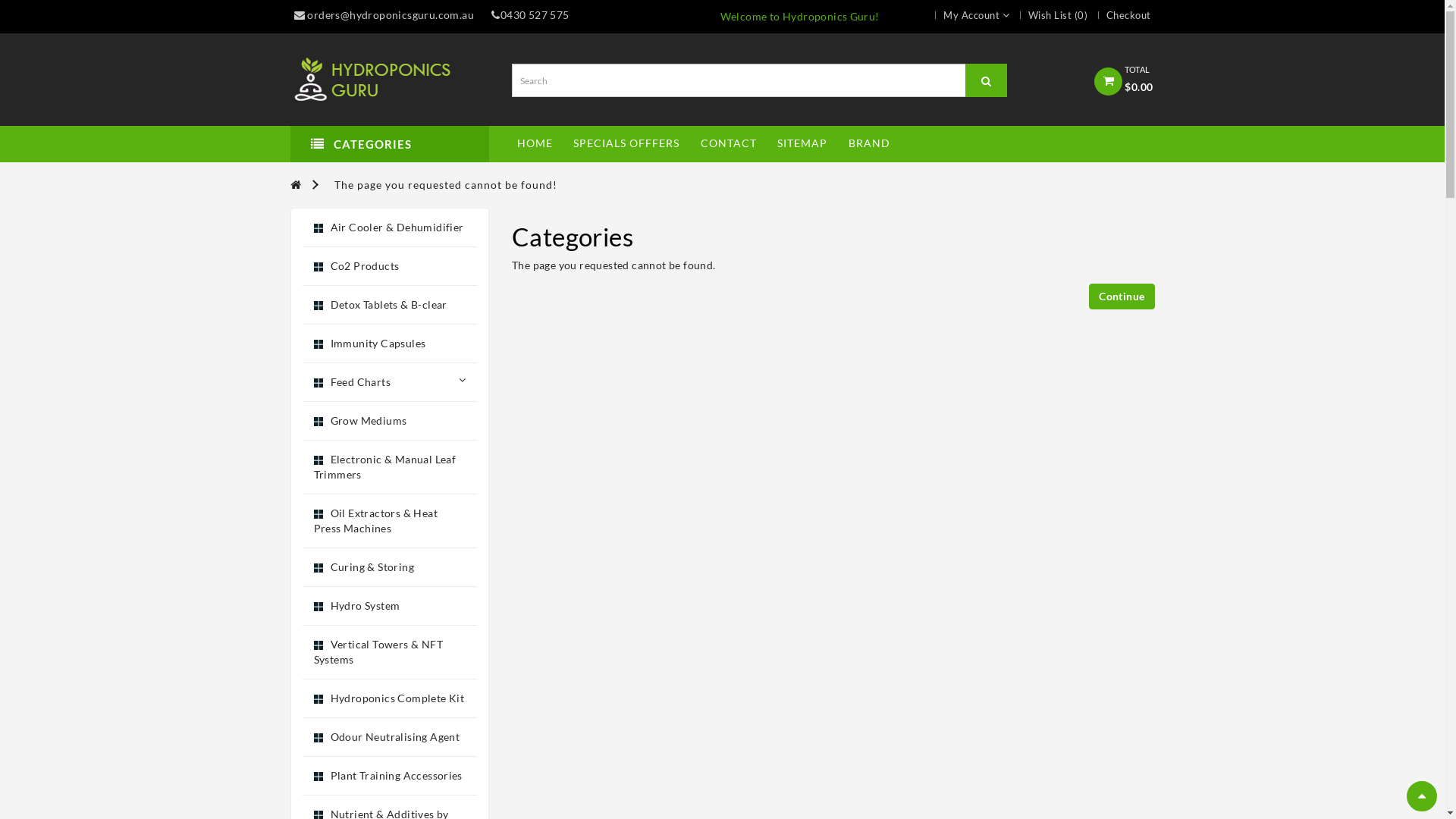  What do you see at coordinates (801, 143) in the screenshot?
I see `'SITEMAP'` at bounding box center [801, 143].